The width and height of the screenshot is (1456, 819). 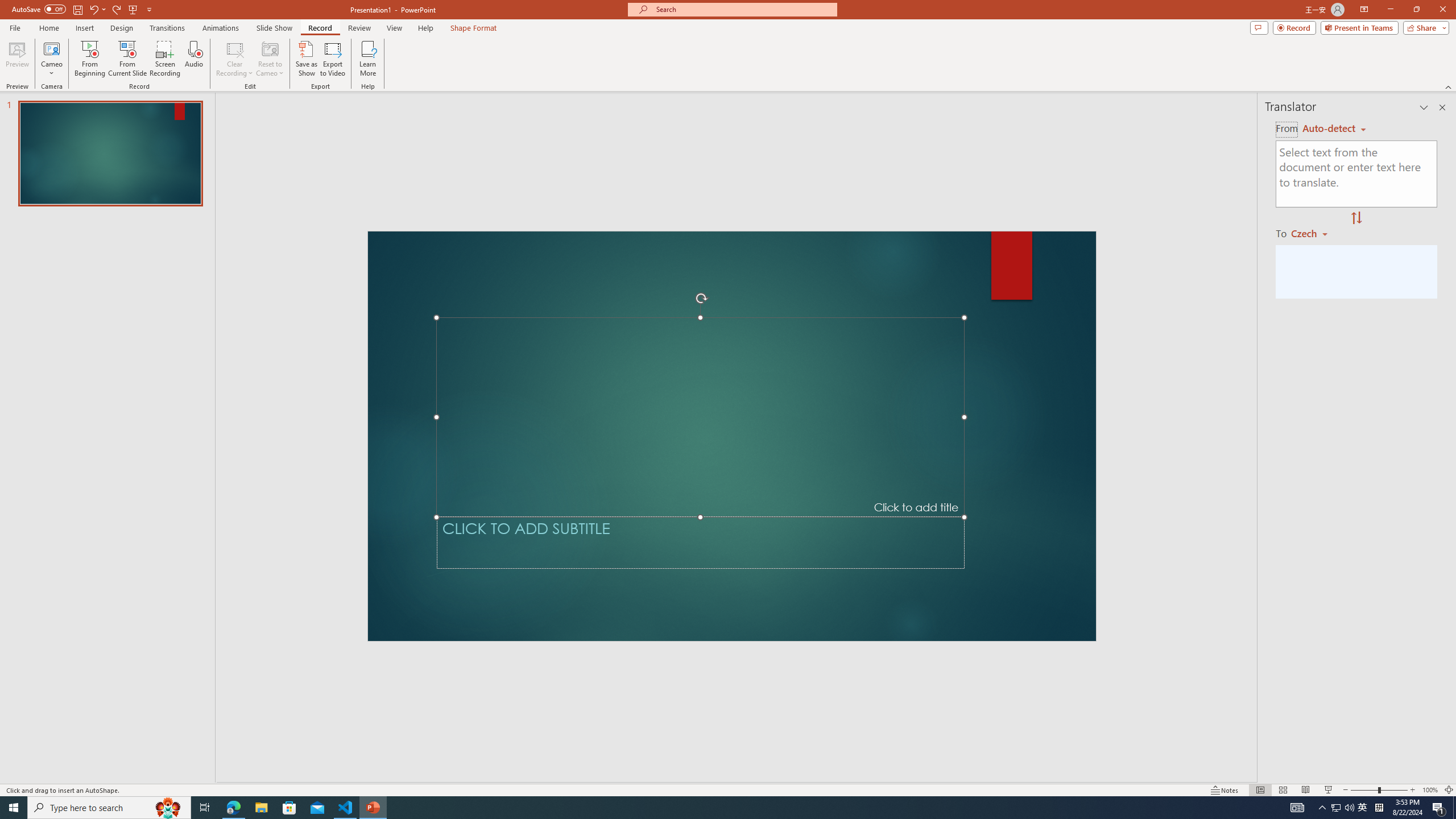 I want to click on 'Reading View', so click(x=1305, y=790).